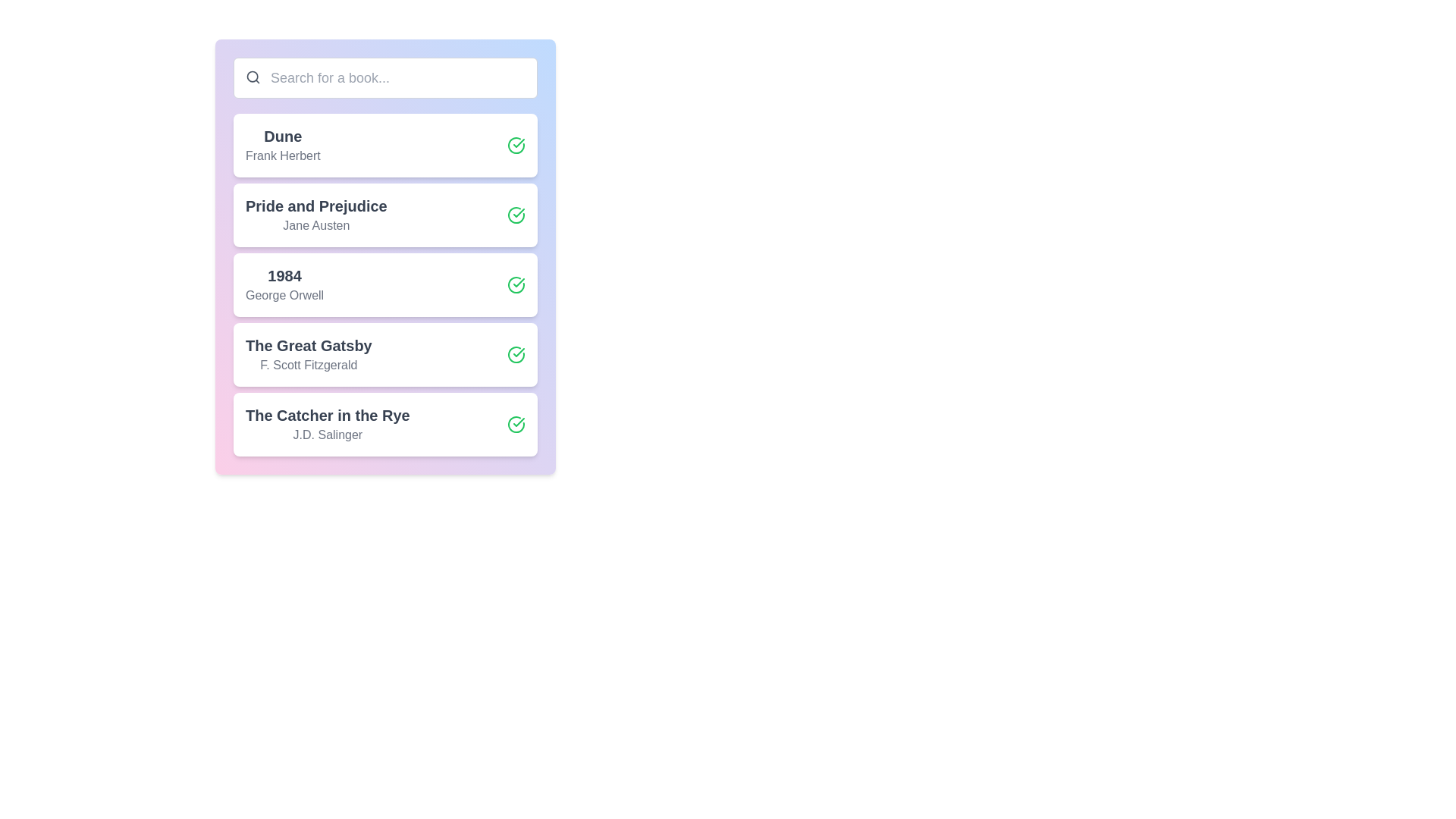  I want to click on the text element 'The Catcher in the Rye', which is styled in bold, large font and dark gray color, positioned above the author name 'J.D. Salinger' in a vertical list of books, so click(327, 415).